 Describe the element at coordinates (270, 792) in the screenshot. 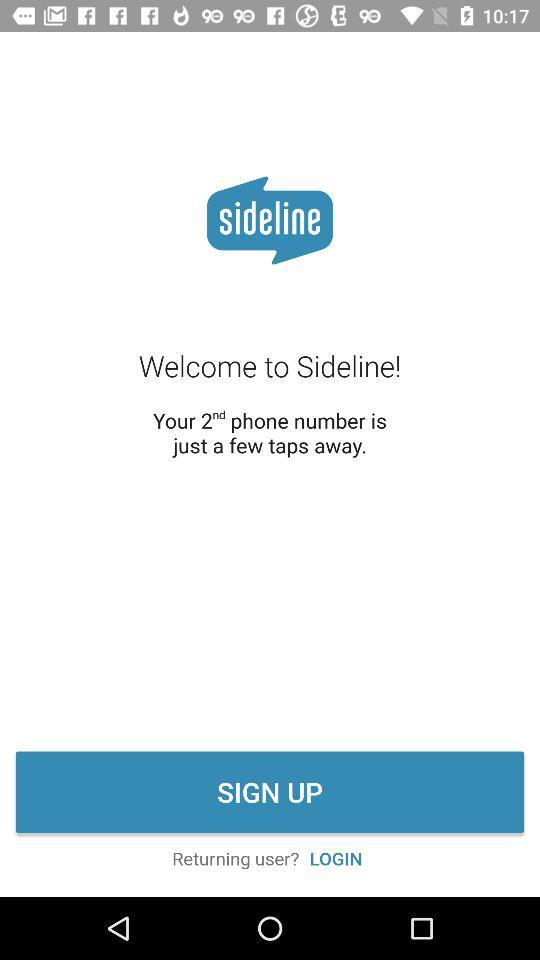

I see `item above login icon` at that location.